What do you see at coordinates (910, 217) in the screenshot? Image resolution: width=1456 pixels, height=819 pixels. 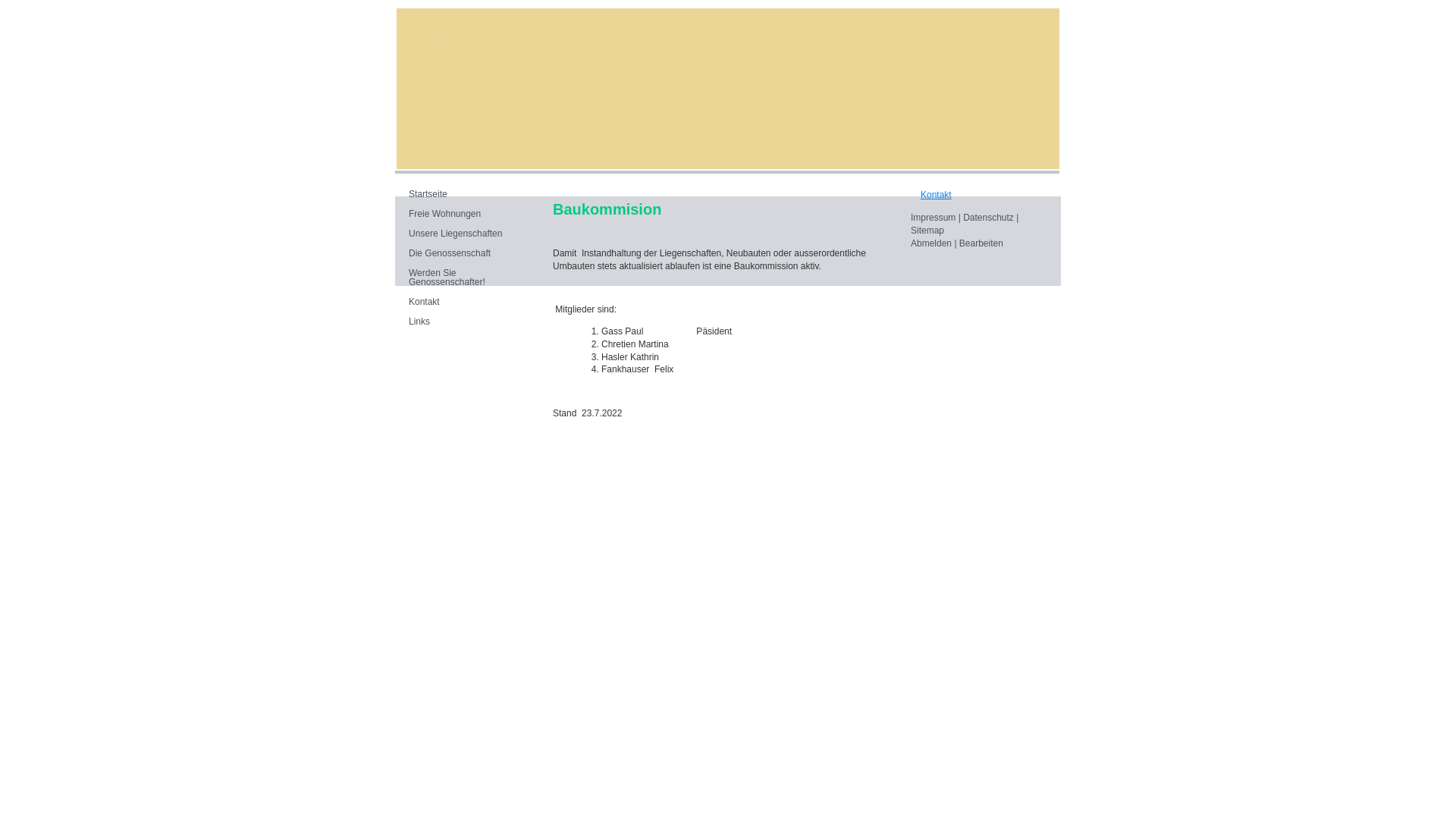 I see `'Impressum'` at bounding box center [910, 217].